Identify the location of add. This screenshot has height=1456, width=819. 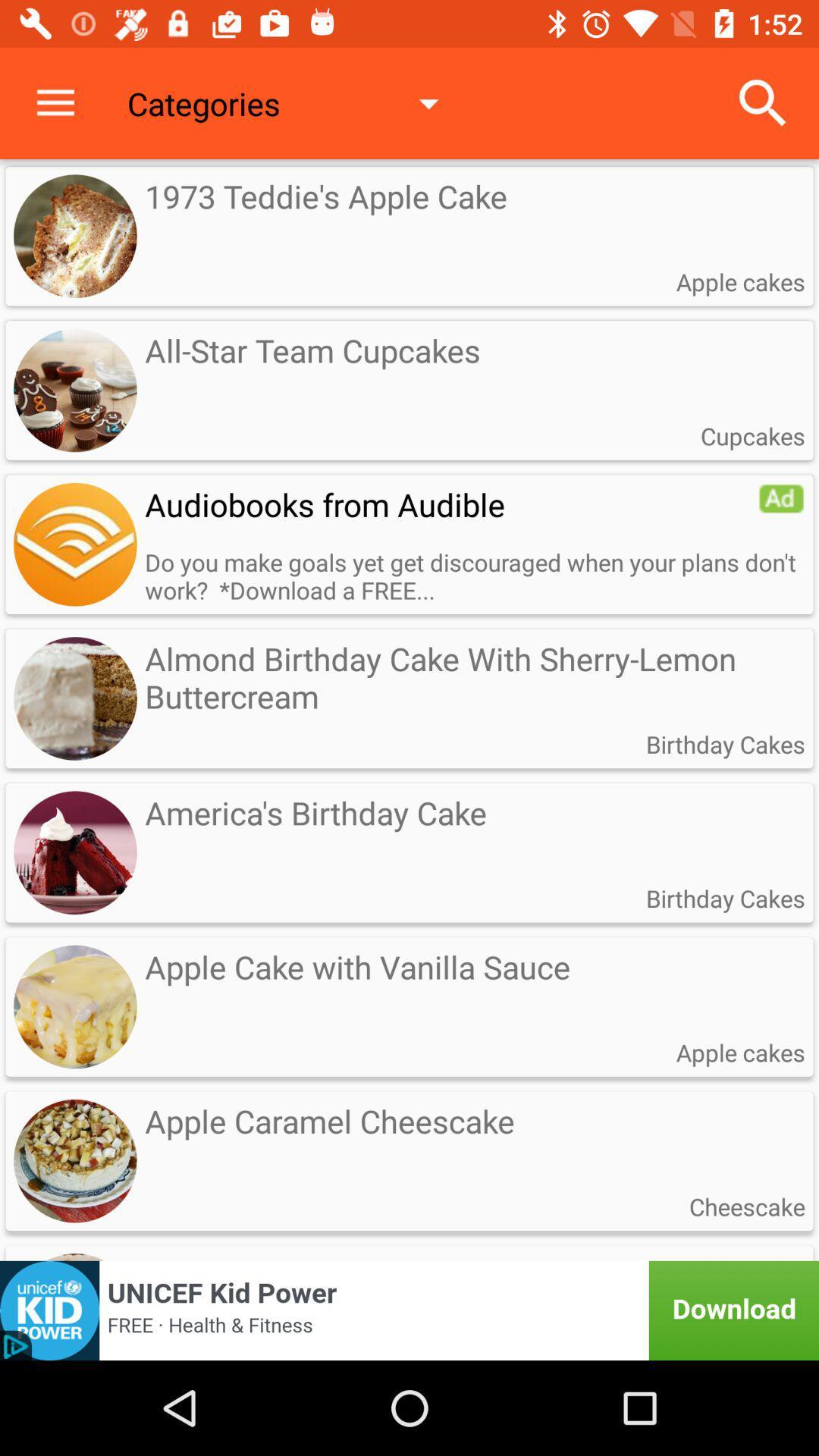
(75, 544).